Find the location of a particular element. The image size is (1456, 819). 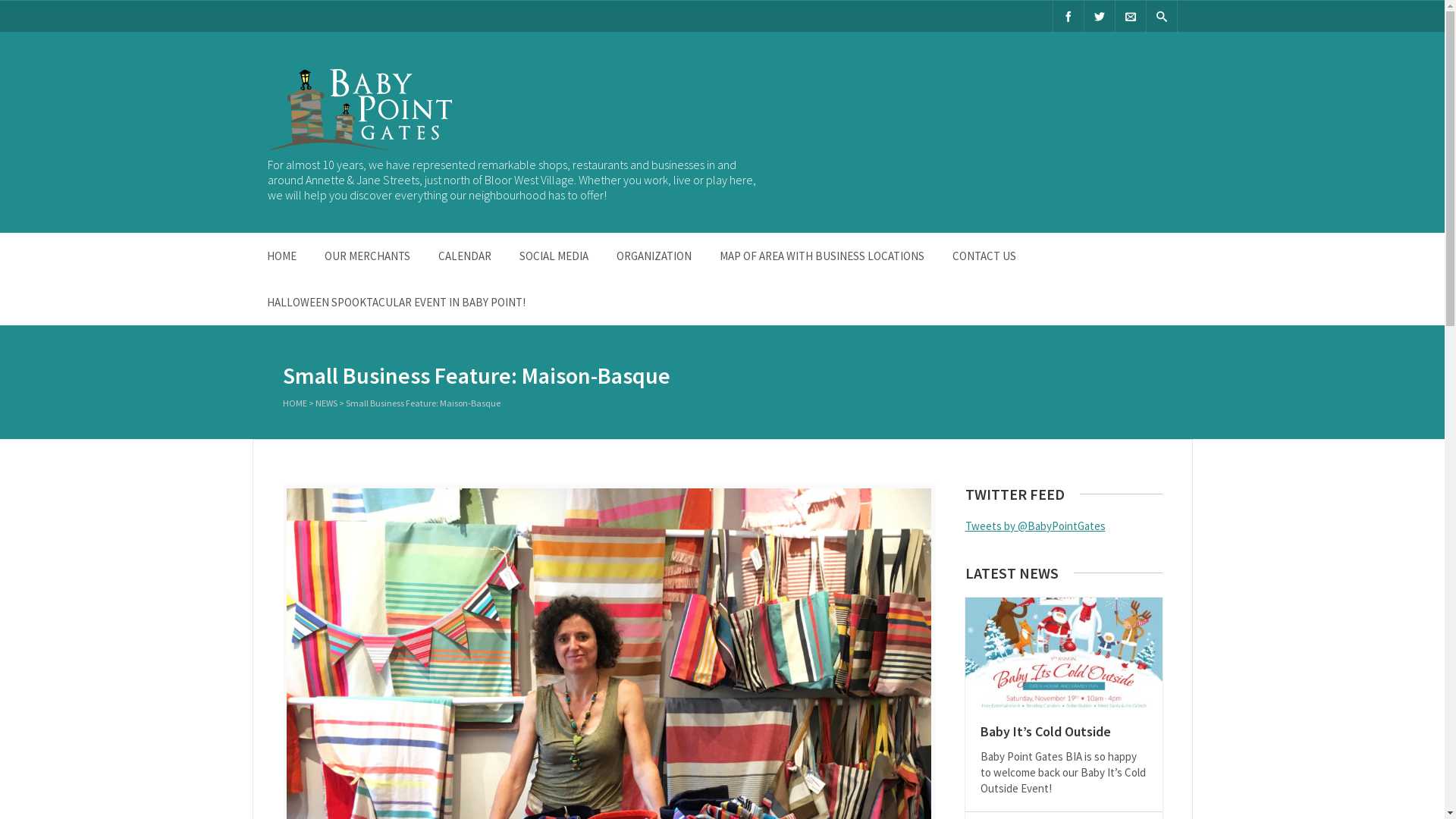

'CALENDAR' is located at coordinates (463, 255).